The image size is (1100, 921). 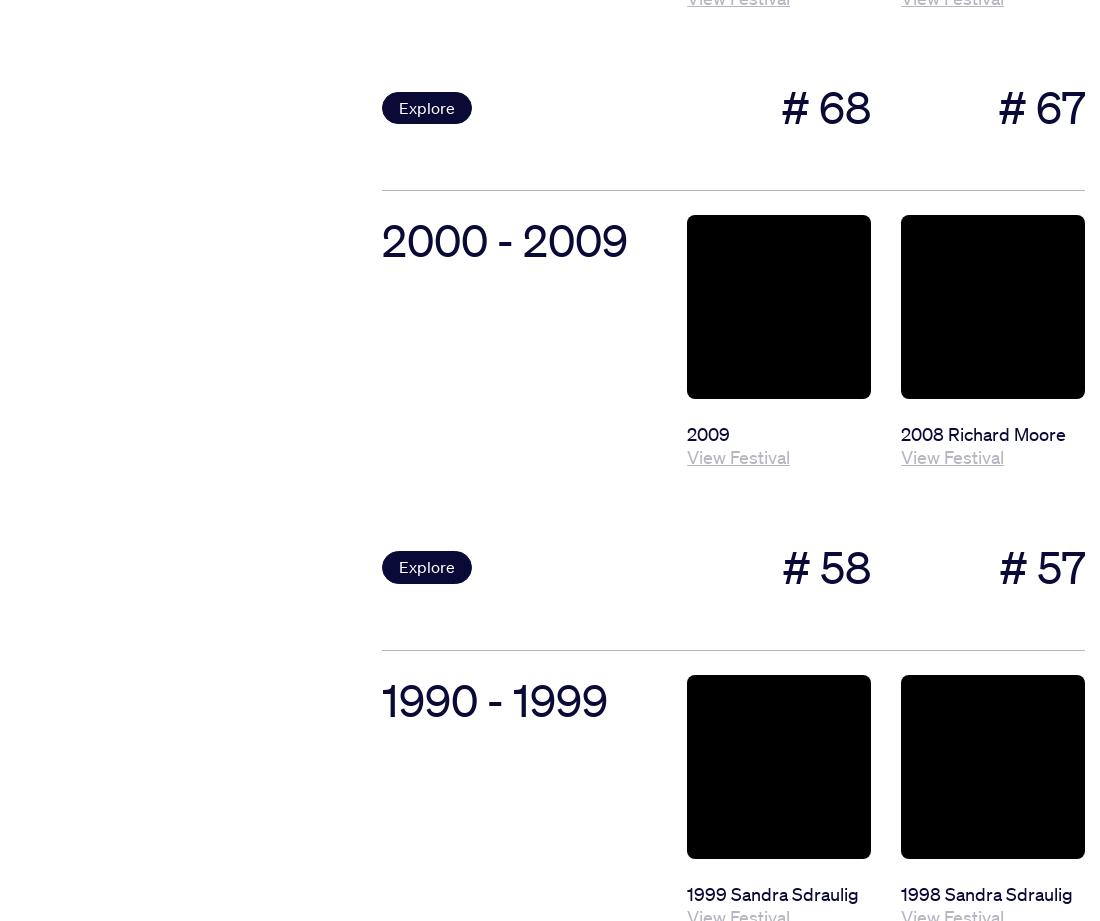 I want to click on '2008 Richard Moore', so click(x=982, y=432).